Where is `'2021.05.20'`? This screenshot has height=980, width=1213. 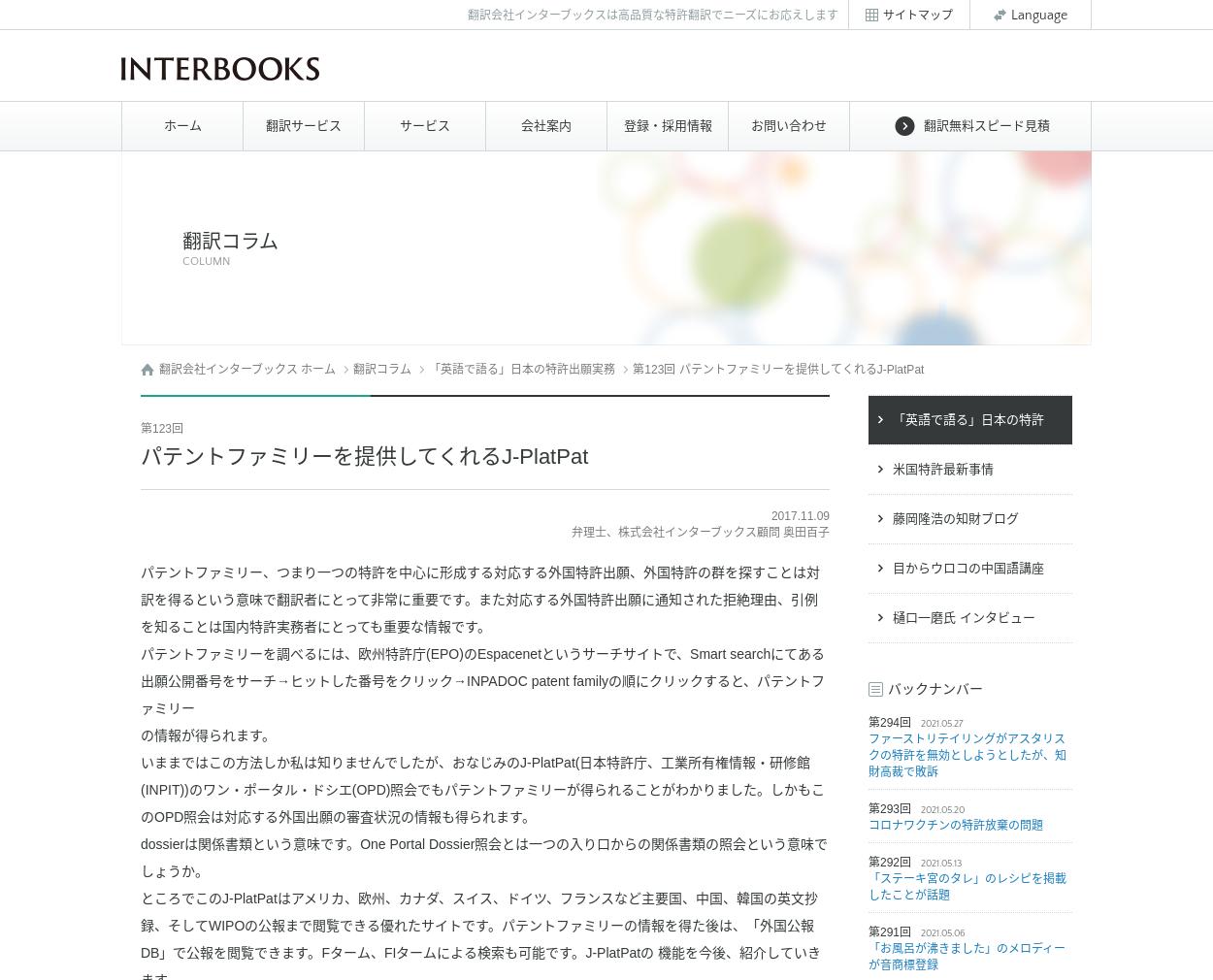
'2021.05.20' is located at coordinates (941, 810).